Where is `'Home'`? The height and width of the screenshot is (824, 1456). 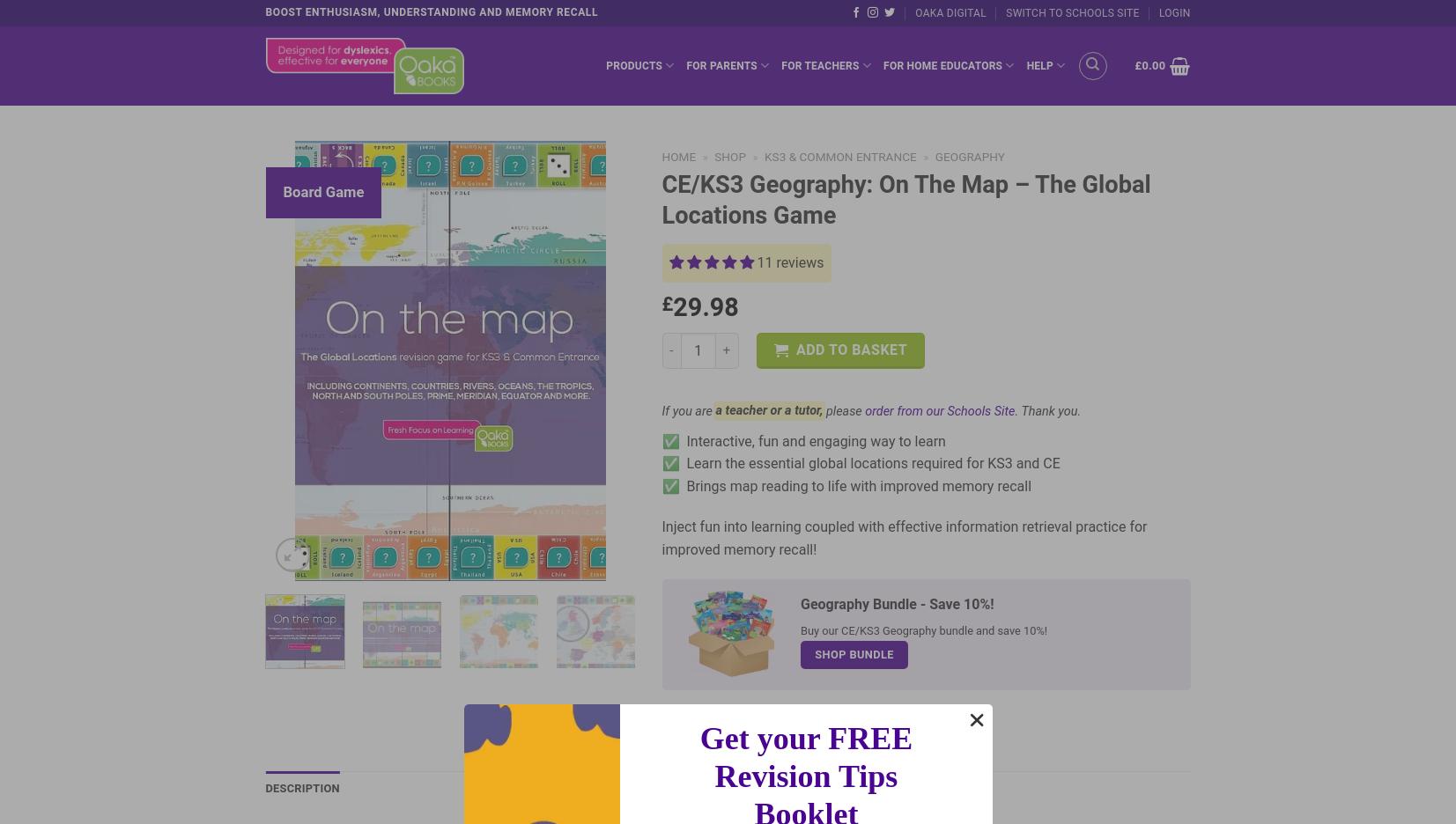 'Home' is located at coordinates (677, 156).